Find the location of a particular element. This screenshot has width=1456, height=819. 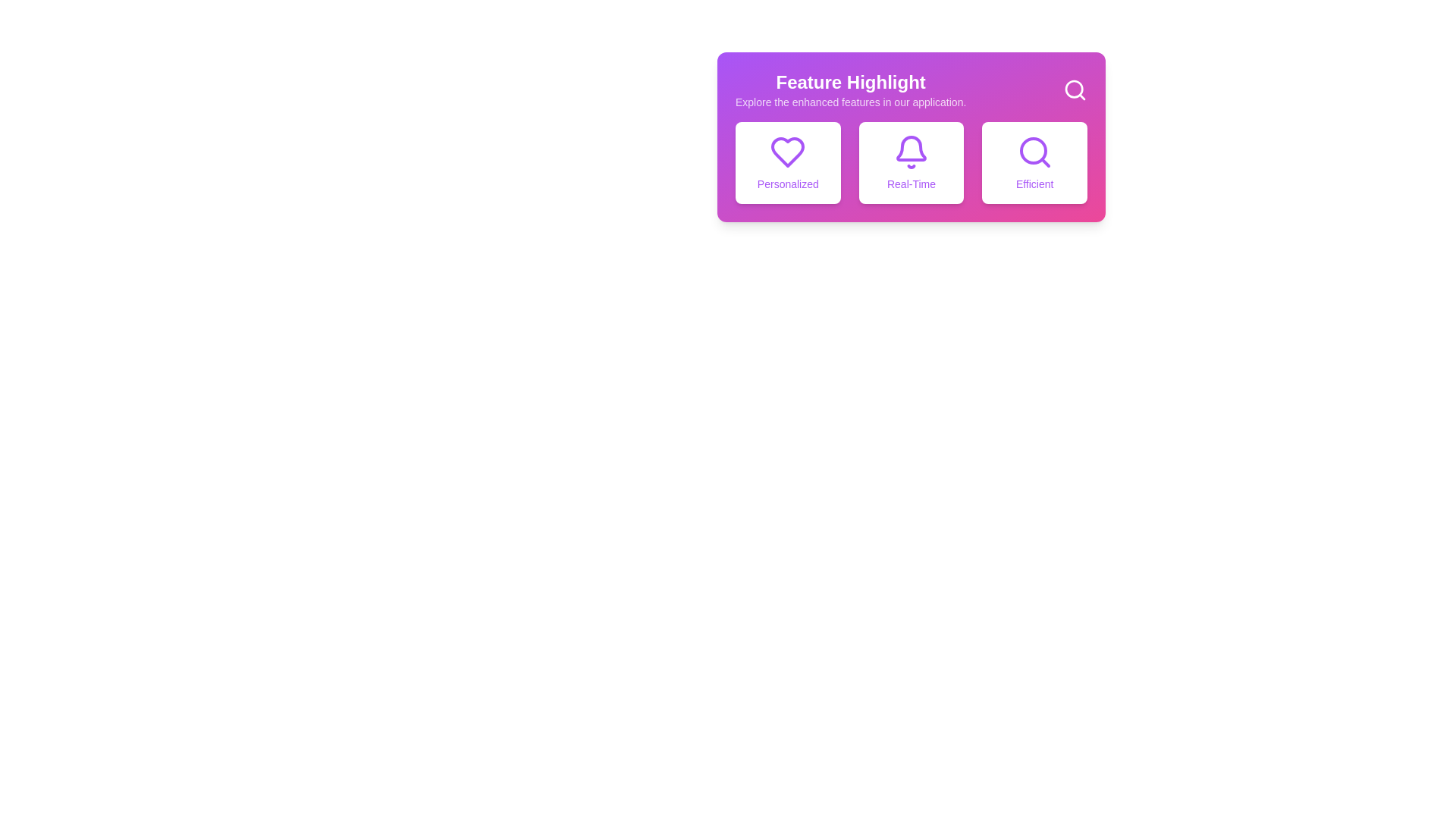

the decorative circular shape at the center of the purple magnifying glass icon, which is part of the search functionality related to 'Efficient' in the third card under 'Feature Highlight' is located at coordinates (1032, 151).